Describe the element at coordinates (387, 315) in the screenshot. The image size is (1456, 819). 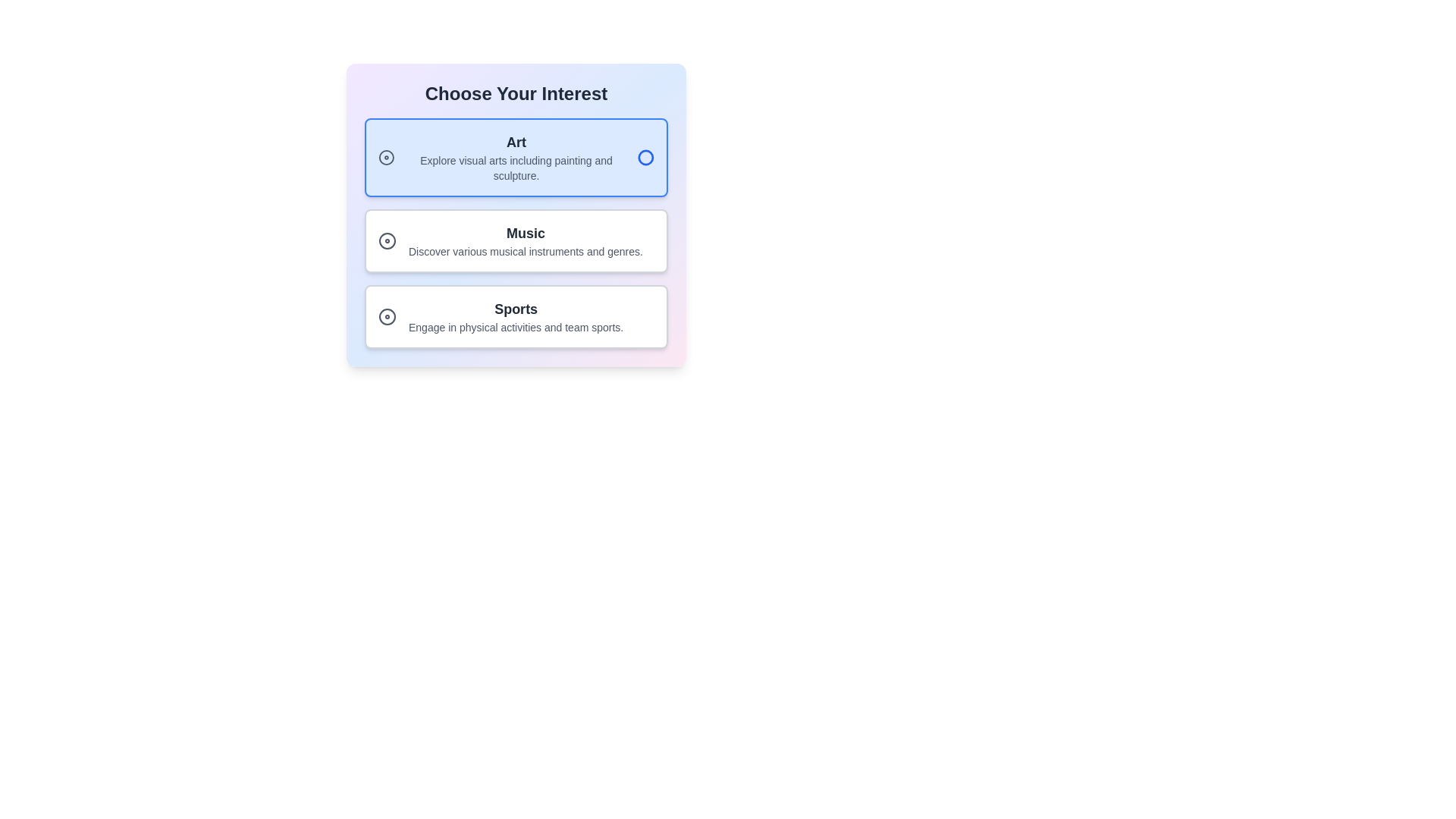
I see `the circular SVG element representing the 'Sports' interest in the 'Choose Your Interest' interface` at that location.